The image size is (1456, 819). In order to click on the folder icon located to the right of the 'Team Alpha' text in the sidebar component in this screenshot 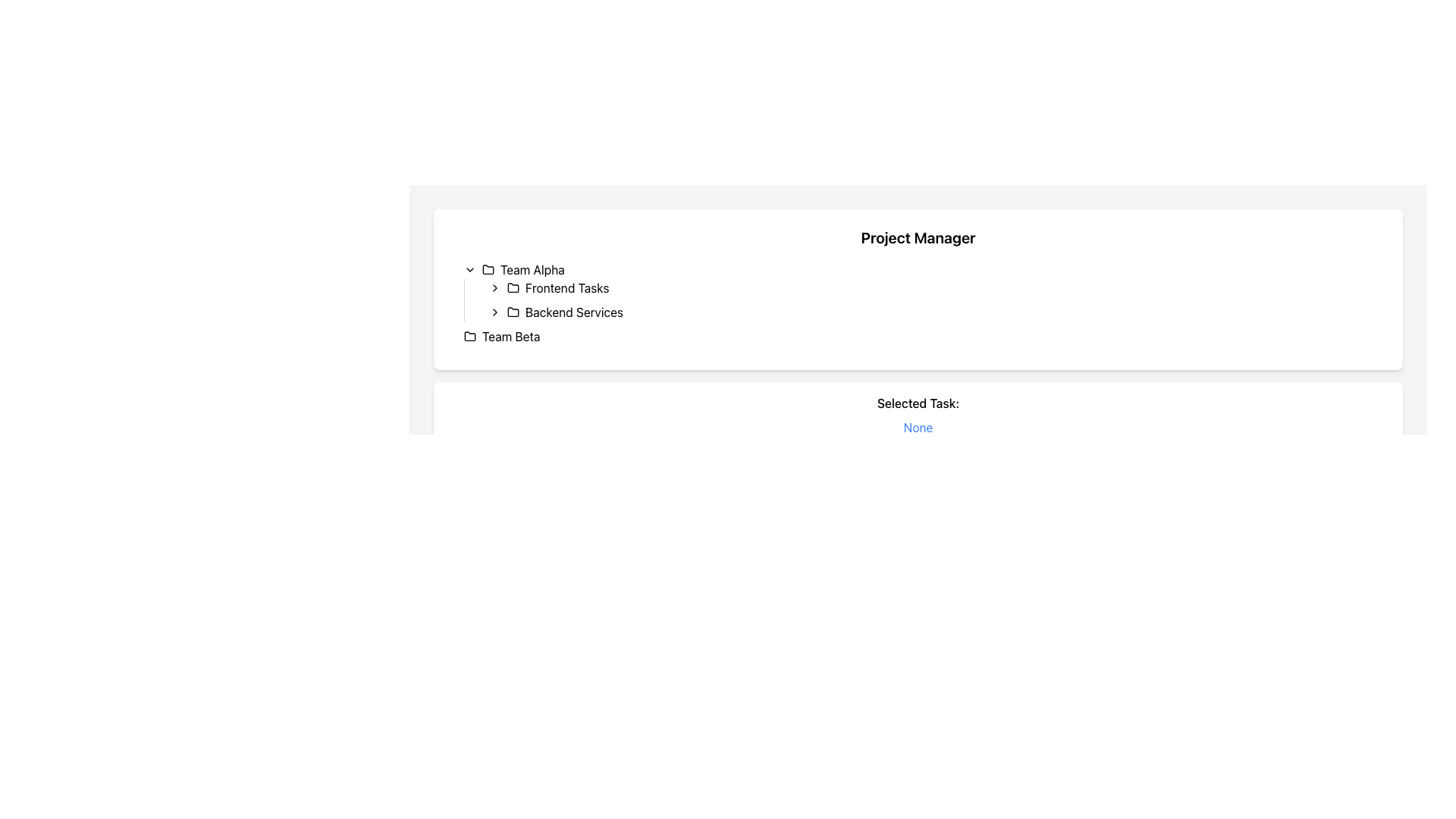, I will do `click(488, 268)`.